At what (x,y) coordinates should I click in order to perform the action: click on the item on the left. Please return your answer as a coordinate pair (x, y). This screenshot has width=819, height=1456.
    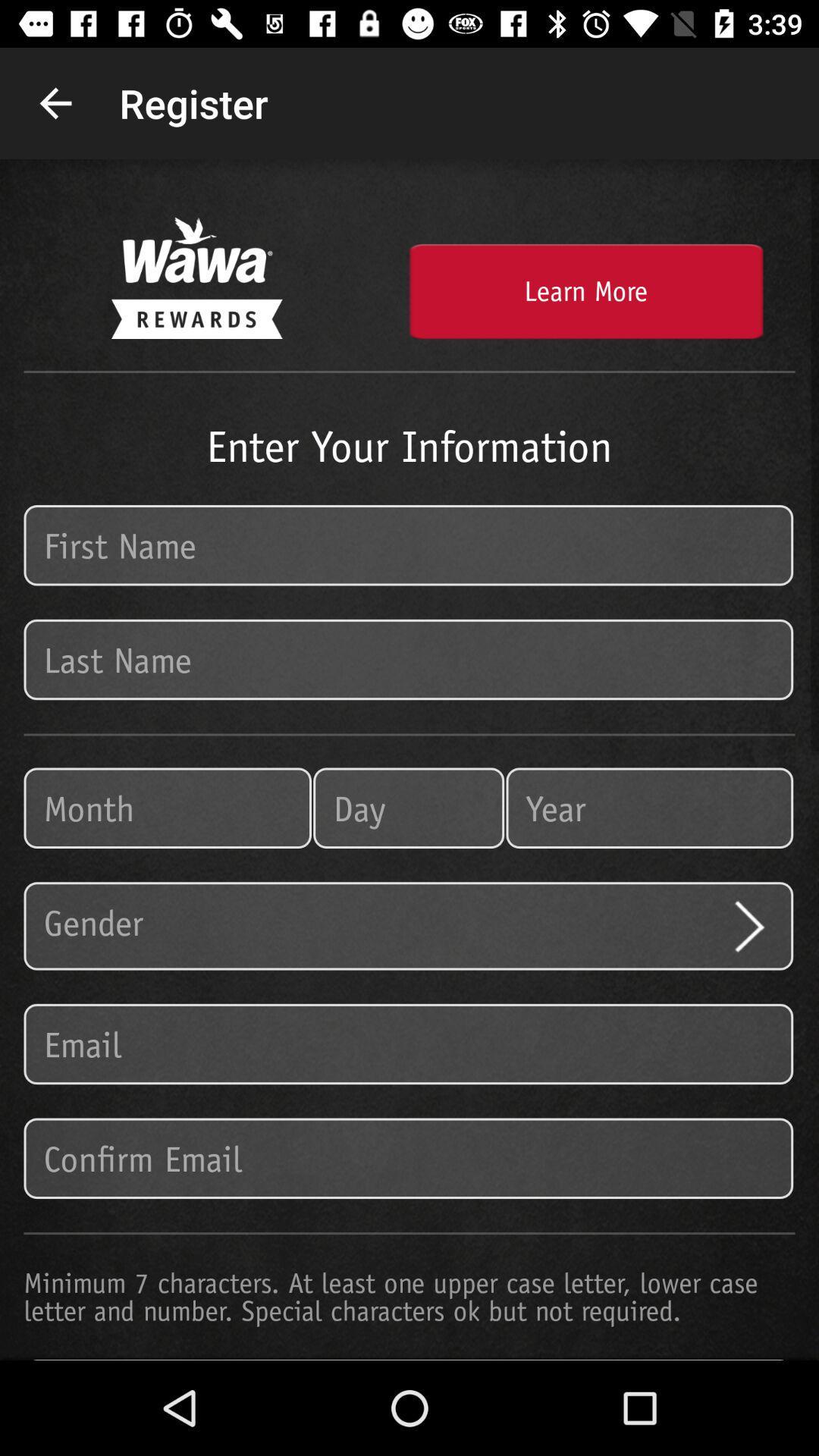
    Looking at the image, I should click on (168, 808).